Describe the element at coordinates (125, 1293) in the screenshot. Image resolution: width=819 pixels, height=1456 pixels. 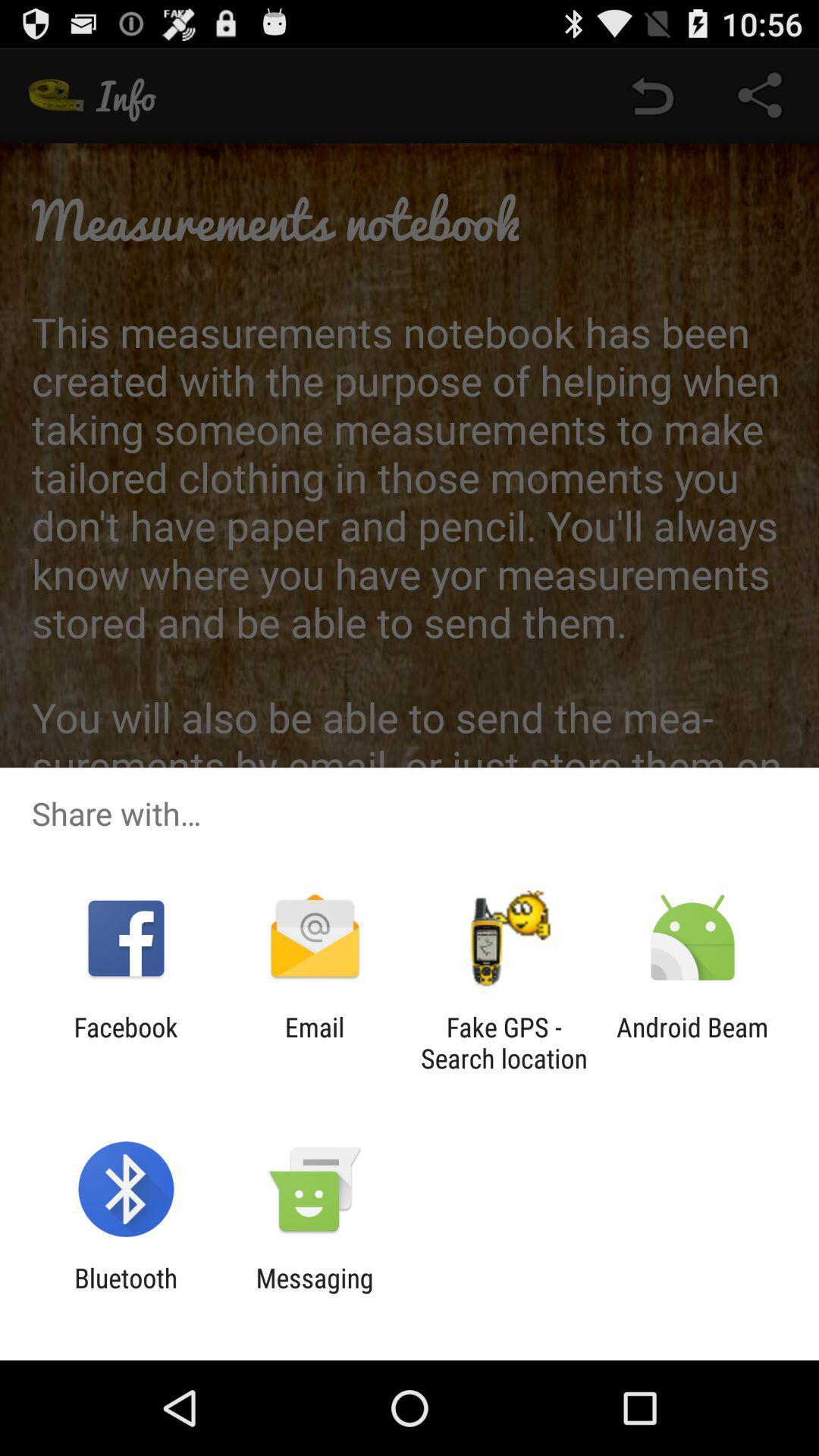
I see `the bluetooth icon` at that location.